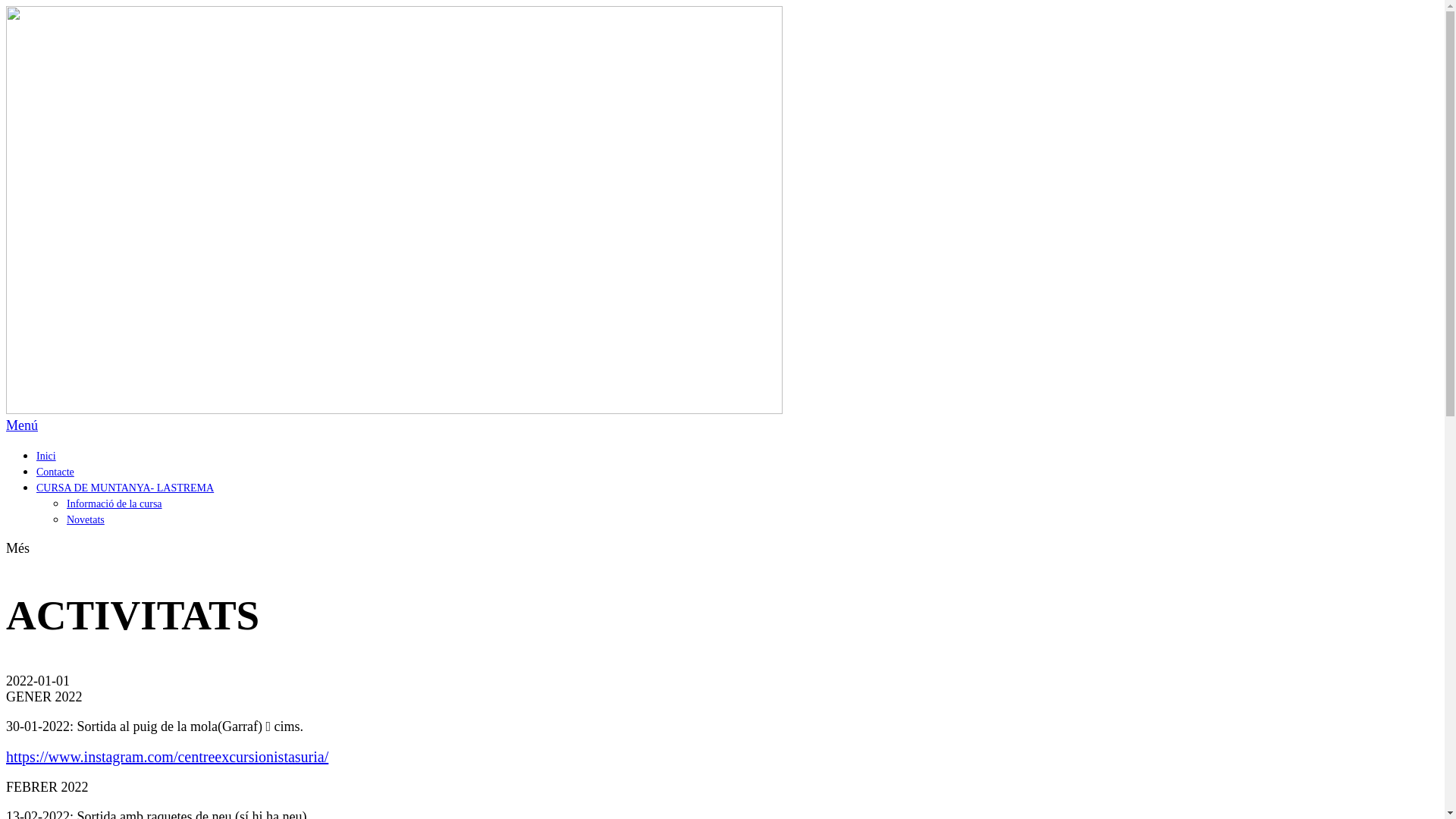  I want to click on 'Inici', so click(46, 455).